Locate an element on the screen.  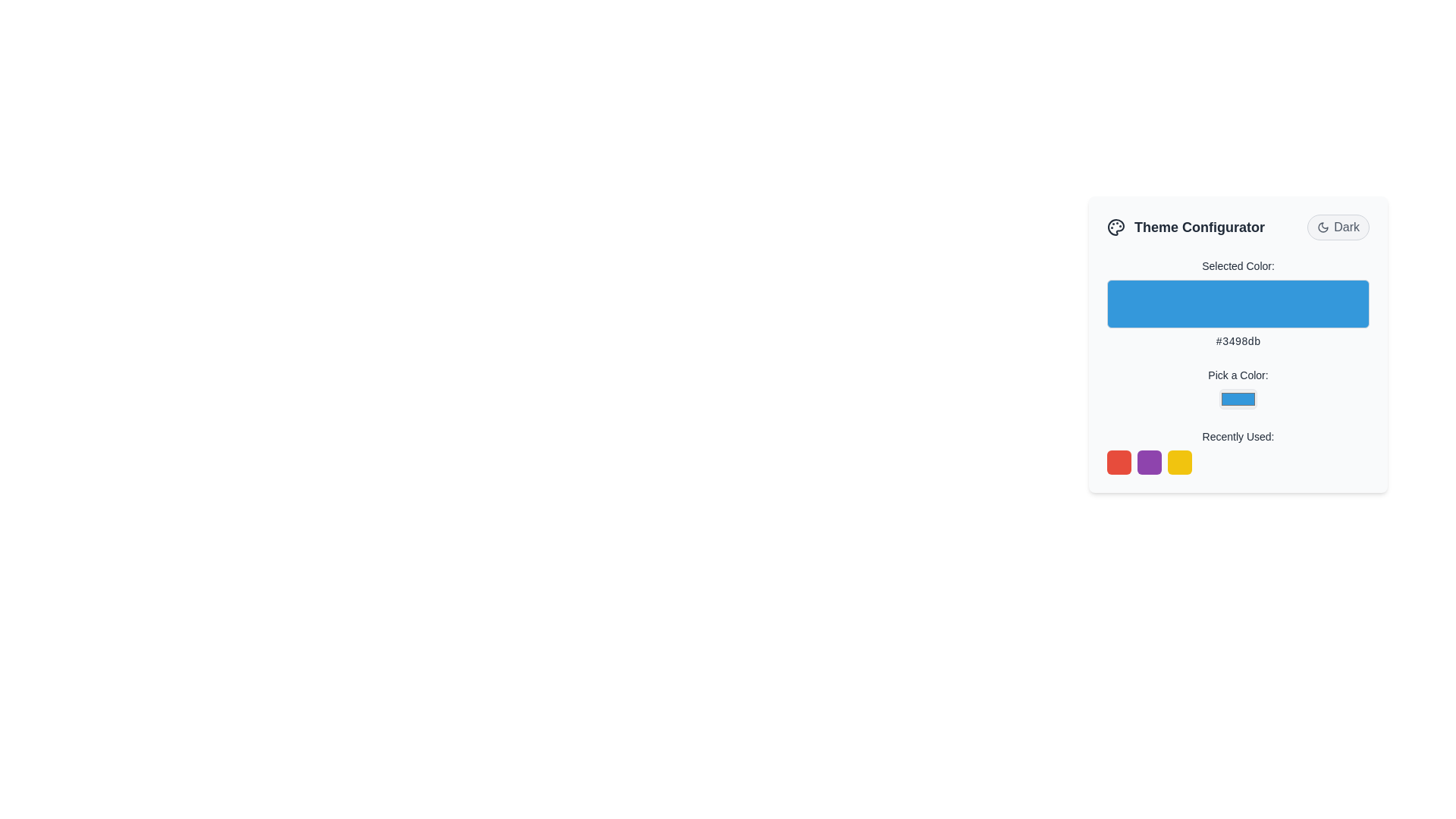
the text label displaying 'Theme Configurator', which is prominently positioned in the upper section of the interface, next to a 'Dark' toggle button and an icon resembling a palette is located at coordinates (1199, 227).